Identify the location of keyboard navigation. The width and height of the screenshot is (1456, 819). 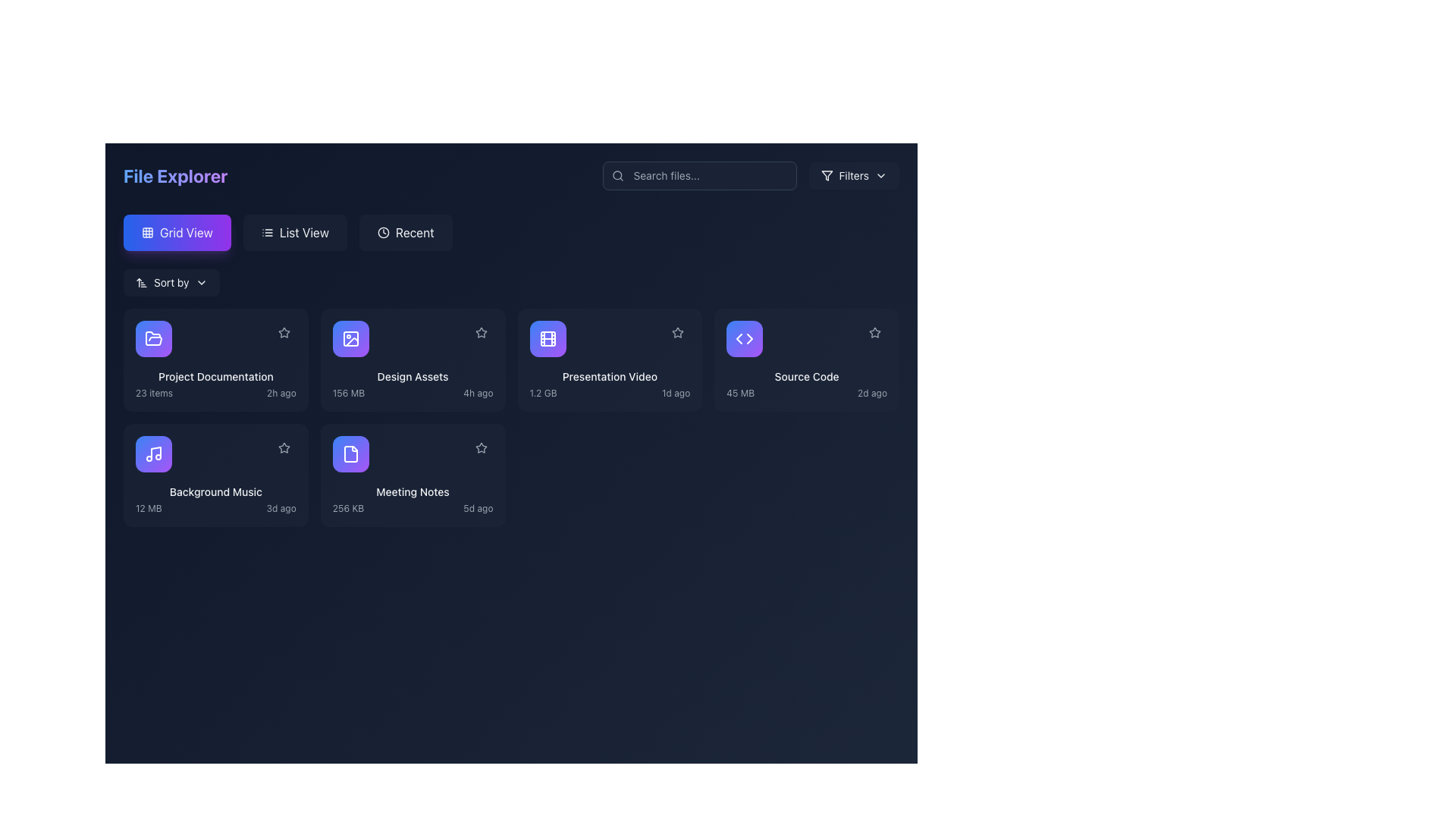
(295, 233).